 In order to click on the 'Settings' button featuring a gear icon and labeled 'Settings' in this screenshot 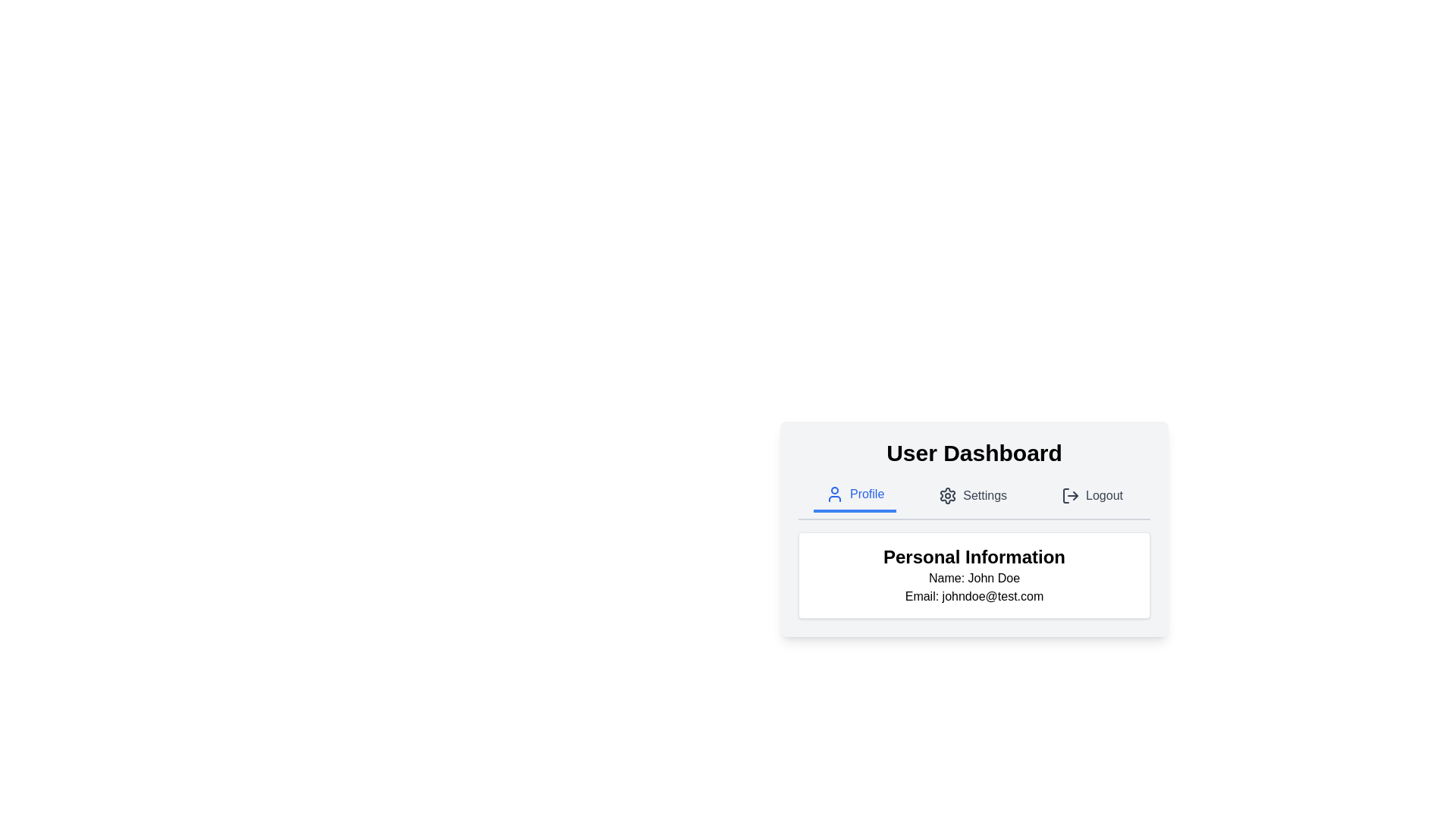, I will do `click(973, 496)`.